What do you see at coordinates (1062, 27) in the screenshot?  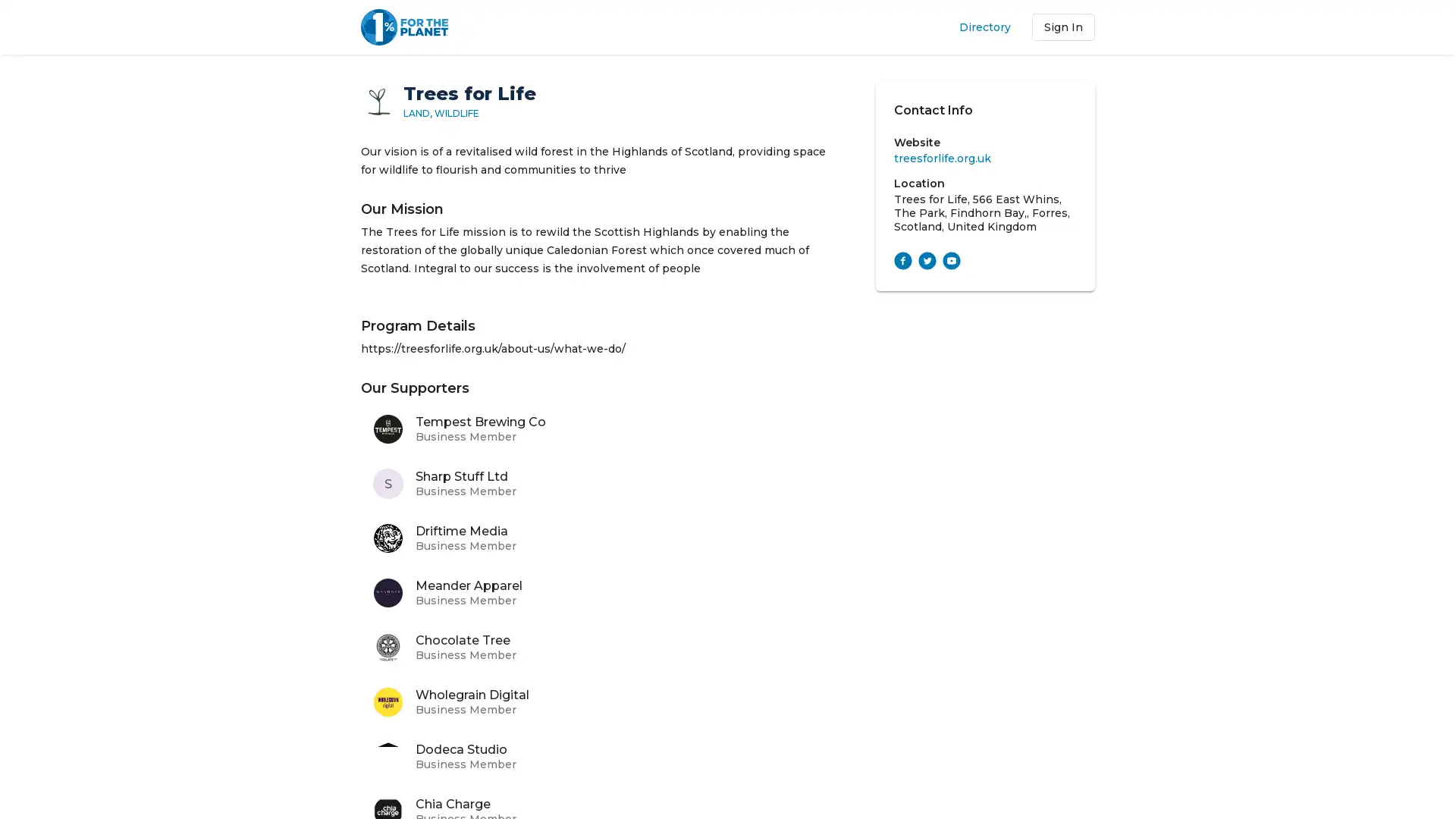 I see `Sign In` at bounding box center [1062, 27].